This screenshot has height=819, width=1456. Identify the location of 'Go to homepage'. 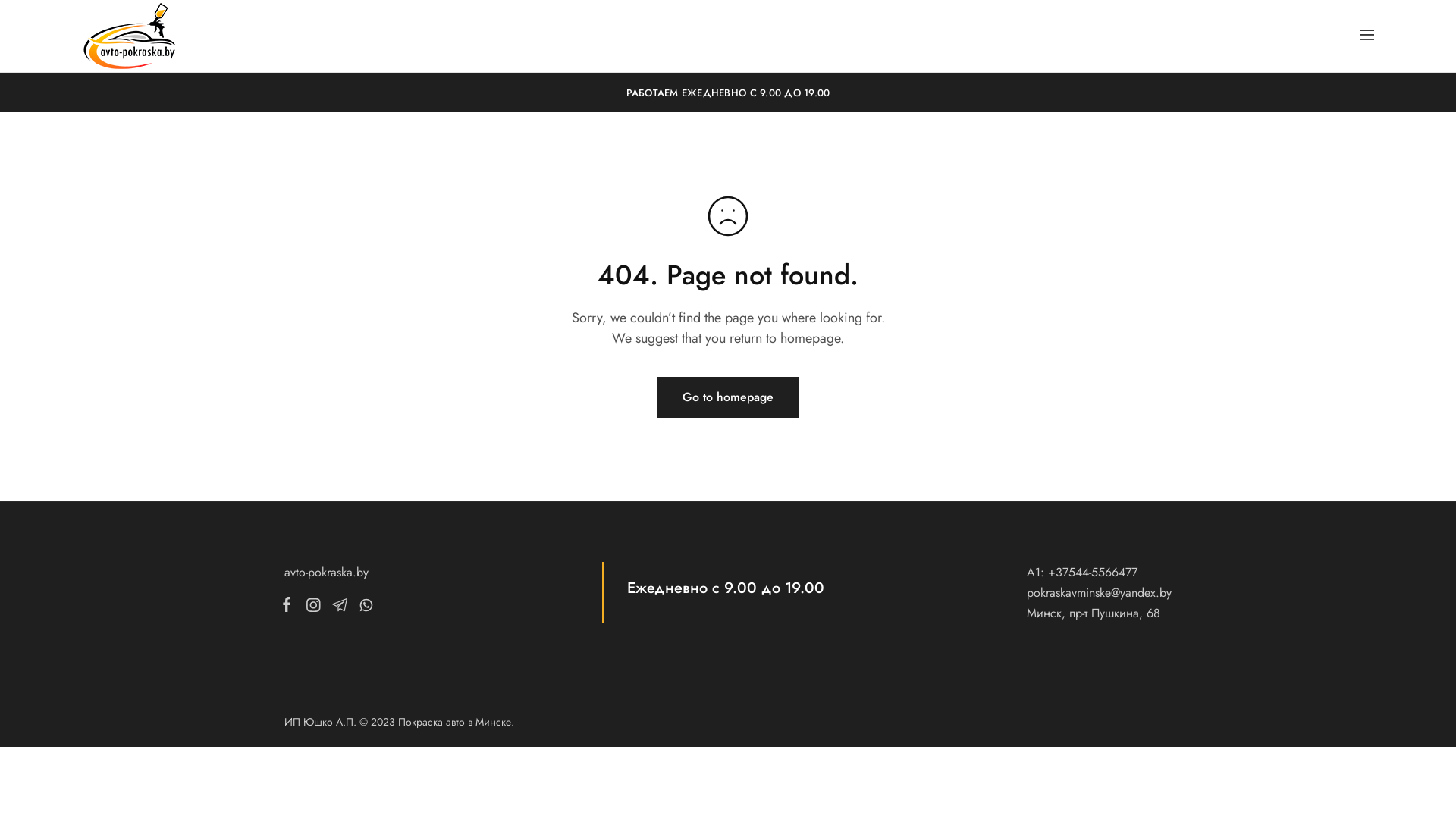
(728, 397).